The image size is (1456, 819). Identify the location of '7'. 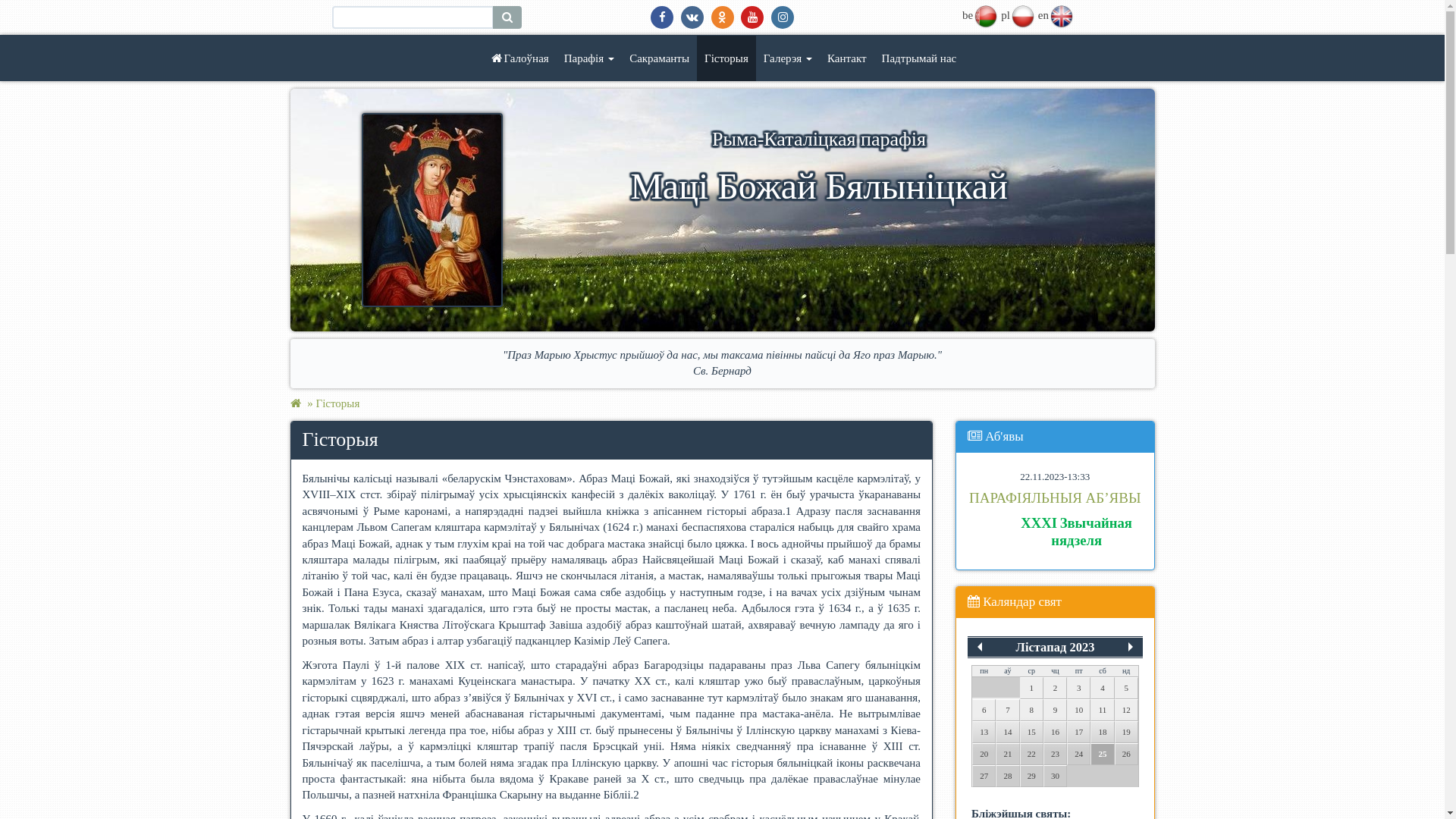
(996, 710).